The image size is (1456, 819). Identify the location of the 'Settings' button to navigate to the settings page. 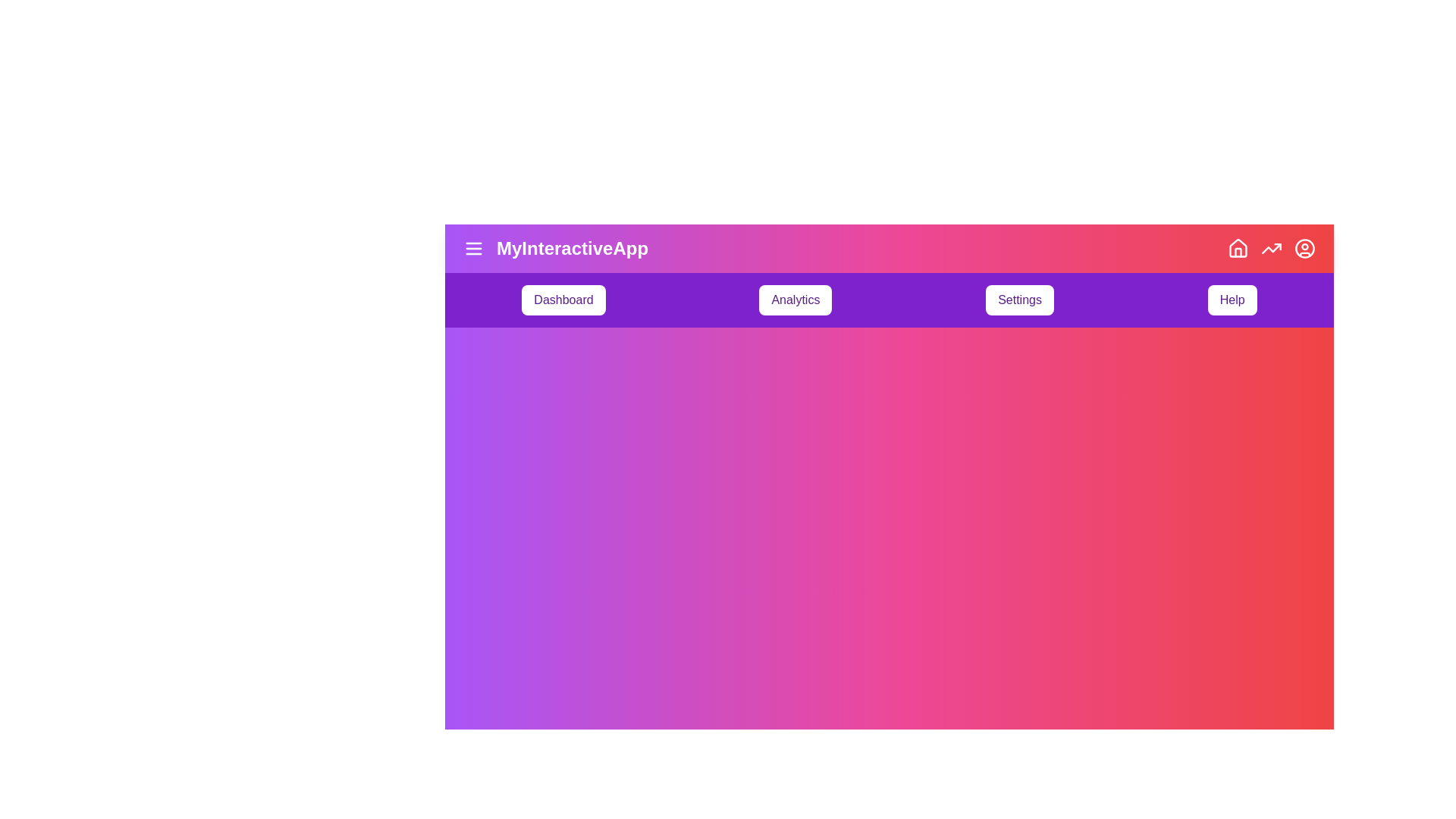
(1019, 300).